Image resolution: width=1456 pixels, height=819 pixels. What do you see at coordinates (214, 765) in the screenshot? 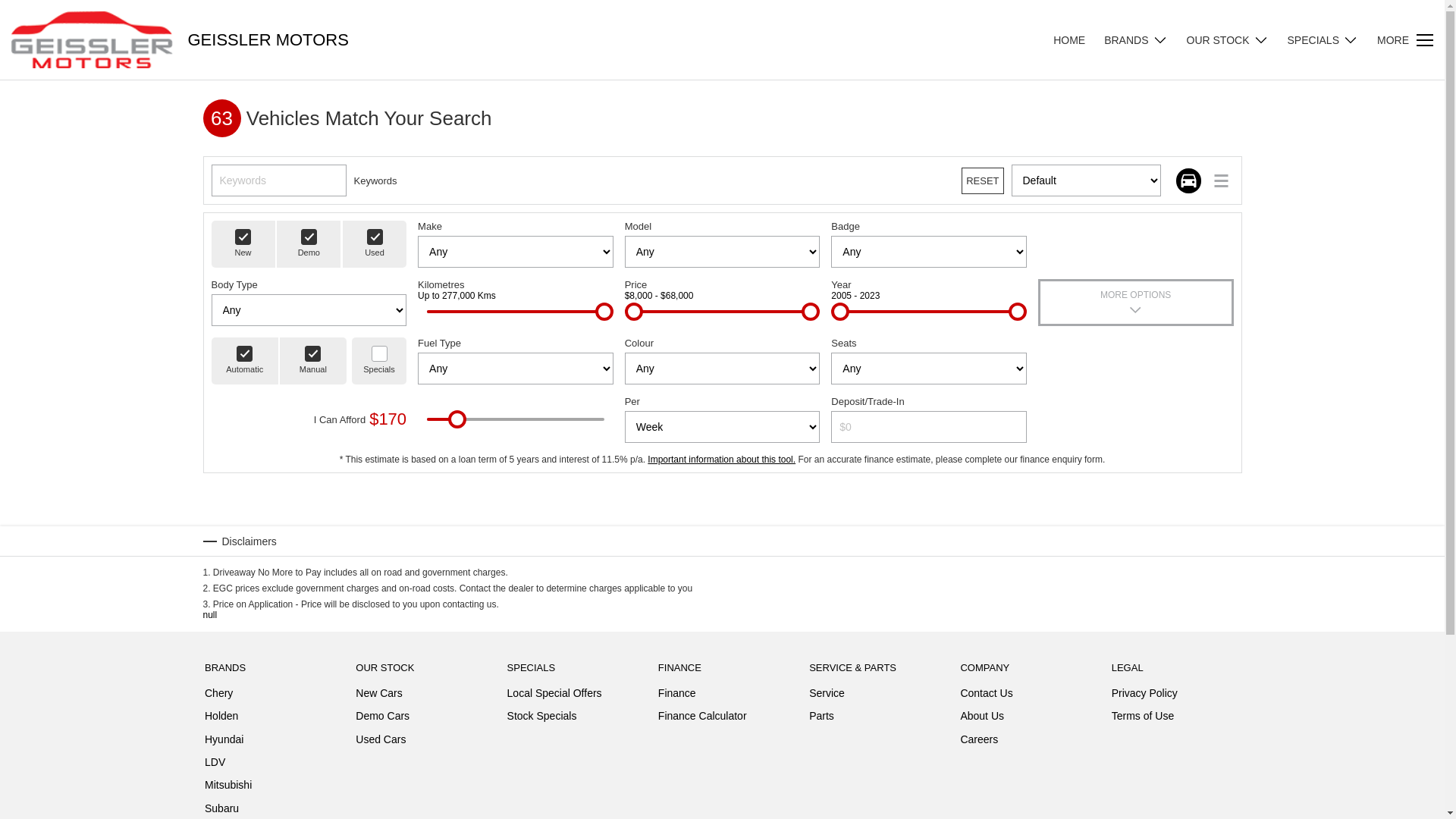
I see `'LDV'` at bounding box center [214, 765].